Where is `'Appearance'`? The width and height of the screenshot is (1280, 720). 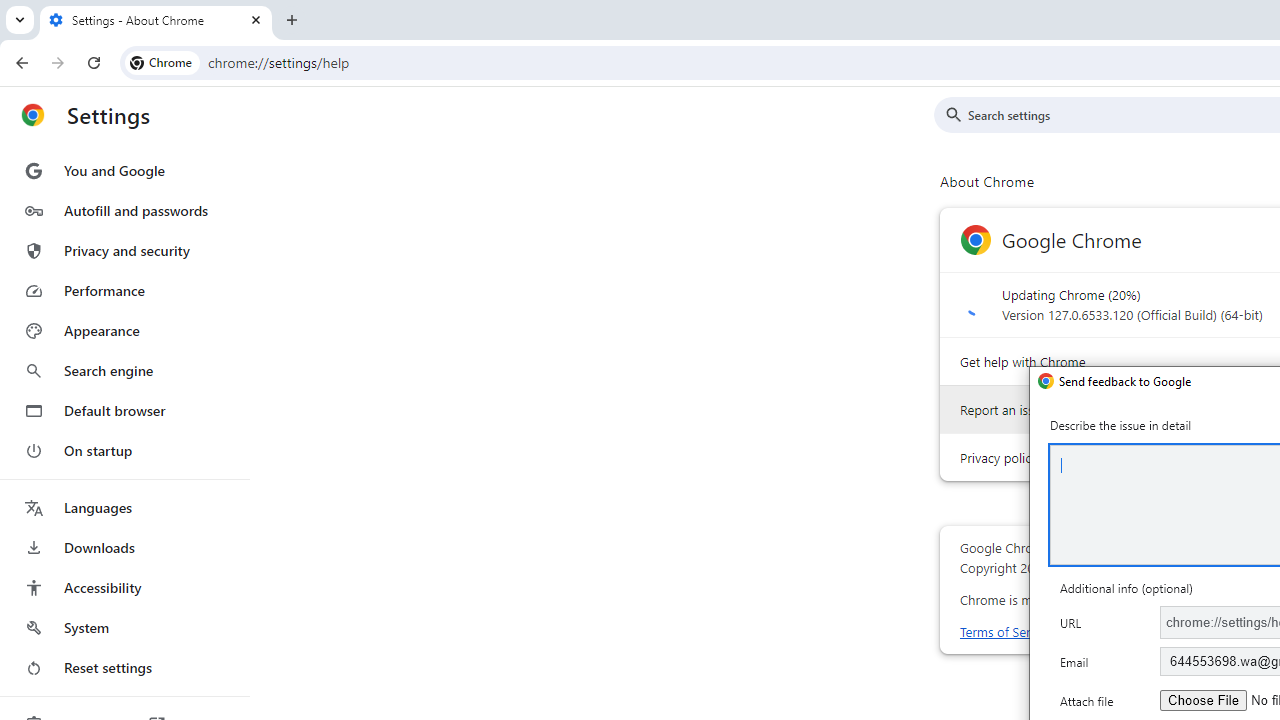 'Appearance' is located at coordinates (123, 330).